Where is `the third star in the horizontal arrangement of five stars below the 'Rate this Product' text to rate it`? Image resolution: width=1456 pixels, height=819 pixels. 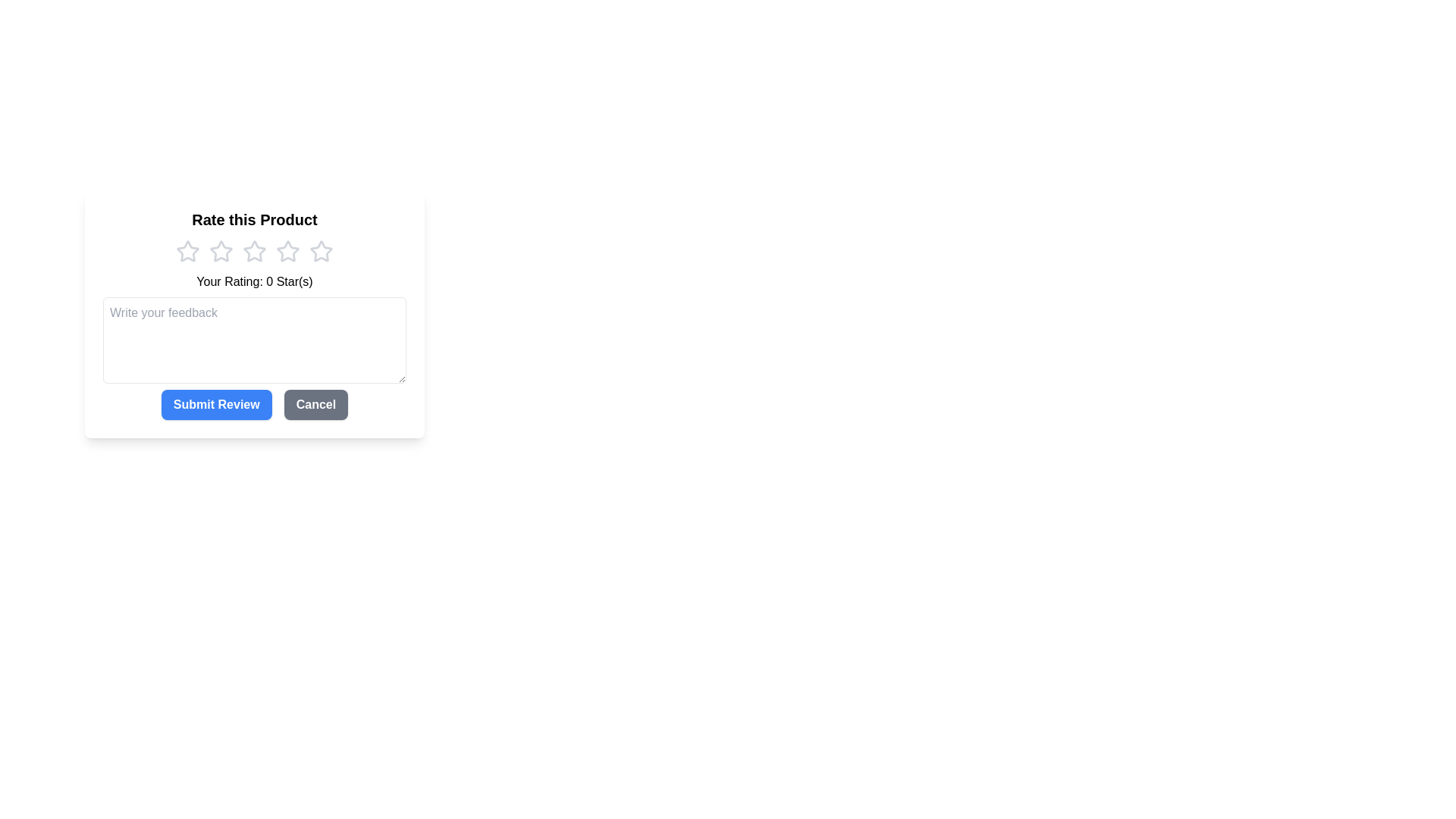 the third star in the horizontal arrangement of five stars below the 'Rate this Product' text to rate it is located at coordinates (255, 250).